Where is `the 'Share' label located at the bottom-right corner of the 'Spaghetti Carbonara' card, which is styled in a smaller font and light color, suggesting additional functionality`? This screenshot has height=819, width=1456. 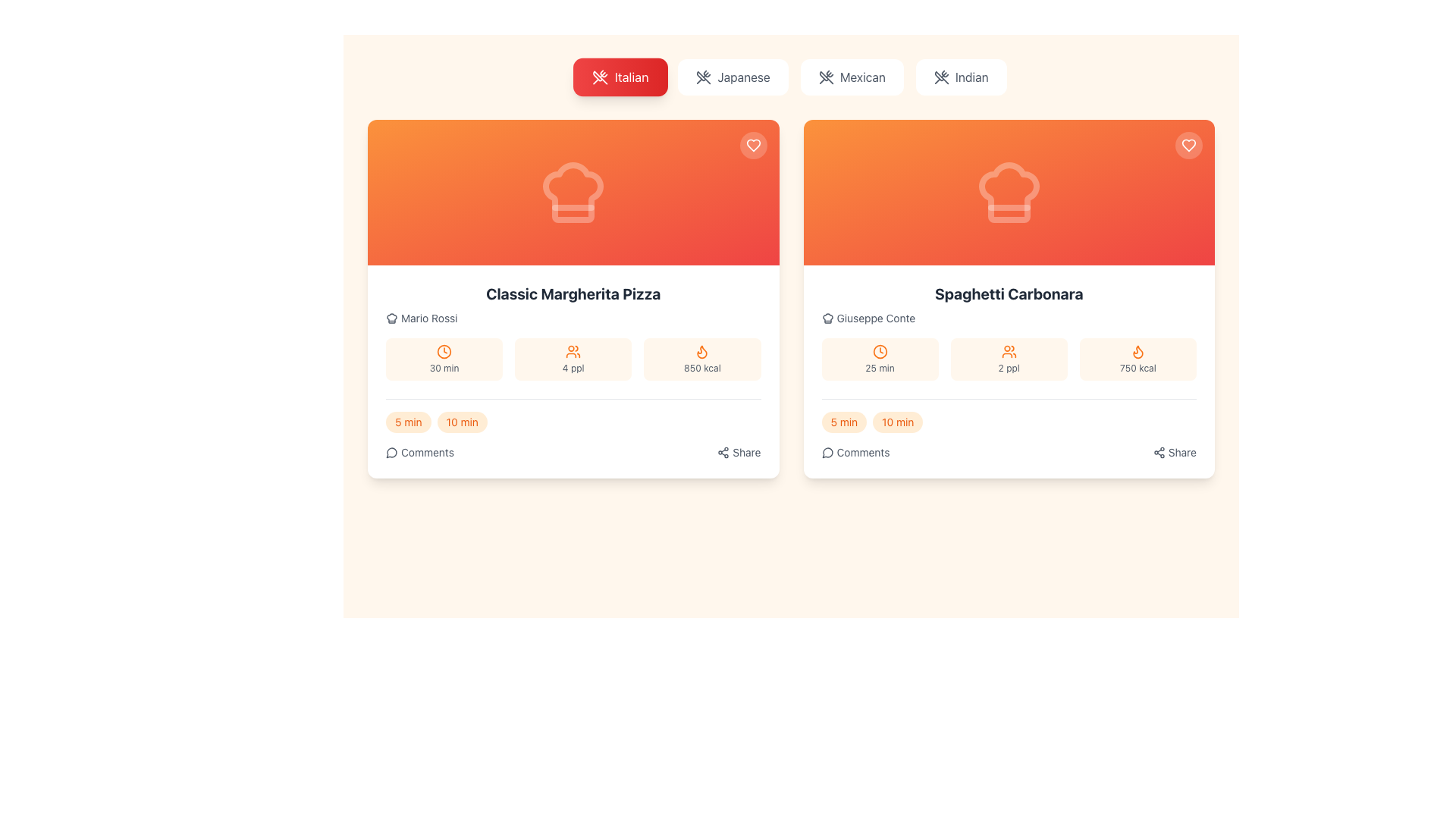 the 'Share' label located at the bottom-right corner of the 'Spaghetti Carbonara' card, which is styled in a smaller font and light color, suggesting additional functionality is located at coordinates (1181, 452).